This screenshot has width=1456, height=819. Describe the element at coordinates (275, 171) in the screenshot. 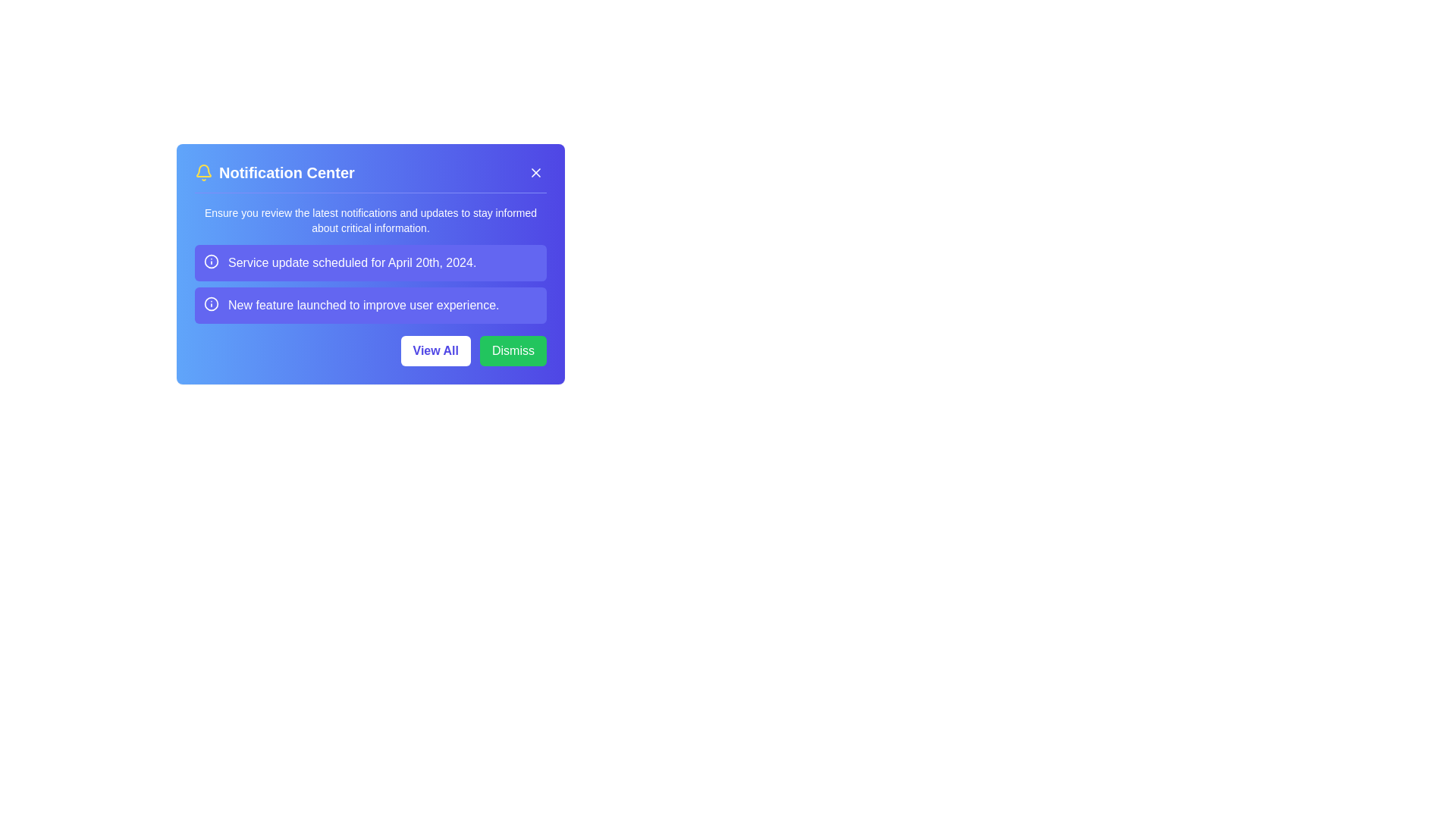

I see `the 'Notification Center' text label with a yellow bell icon, which is located at the top-left part of the notification modal` at that location.